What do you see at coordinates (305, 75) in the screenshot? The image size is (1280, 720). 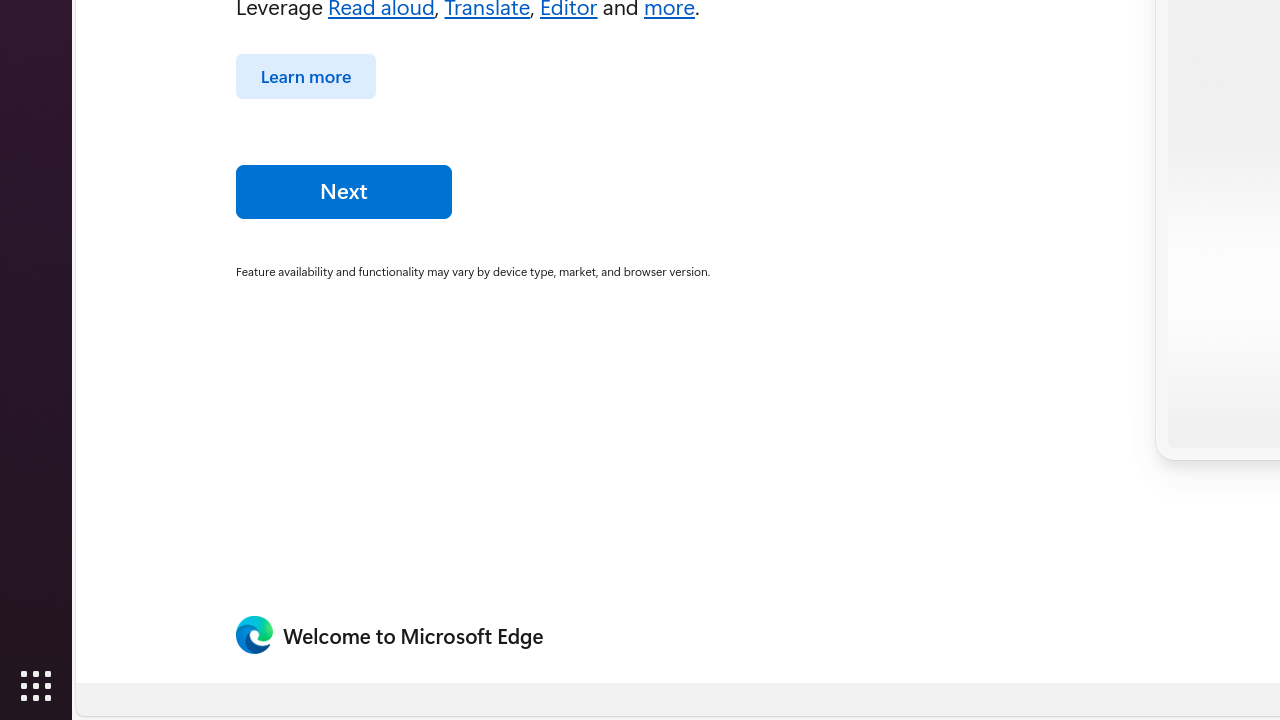 I see `'Learn more'` at bounding box center [305, 75].